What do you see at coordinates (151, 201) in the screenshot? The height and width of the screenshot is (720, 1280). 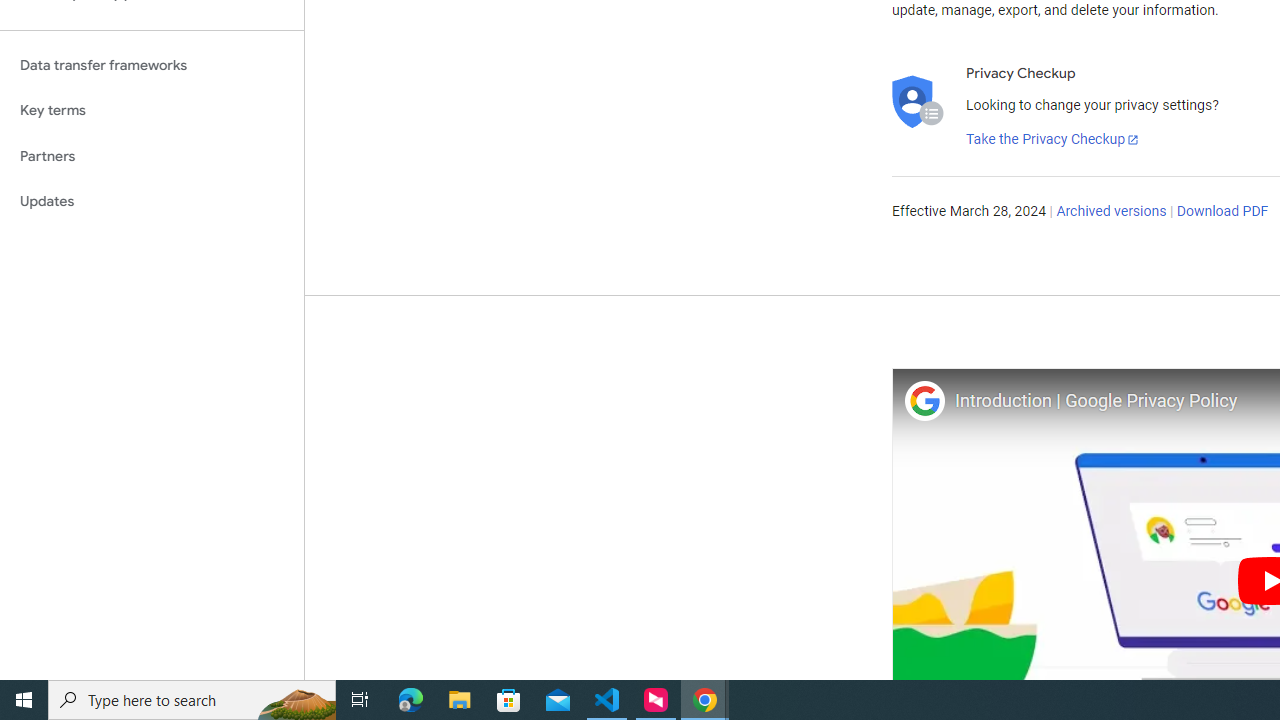 I see `'Updates'` at bounding box center [151, 201].